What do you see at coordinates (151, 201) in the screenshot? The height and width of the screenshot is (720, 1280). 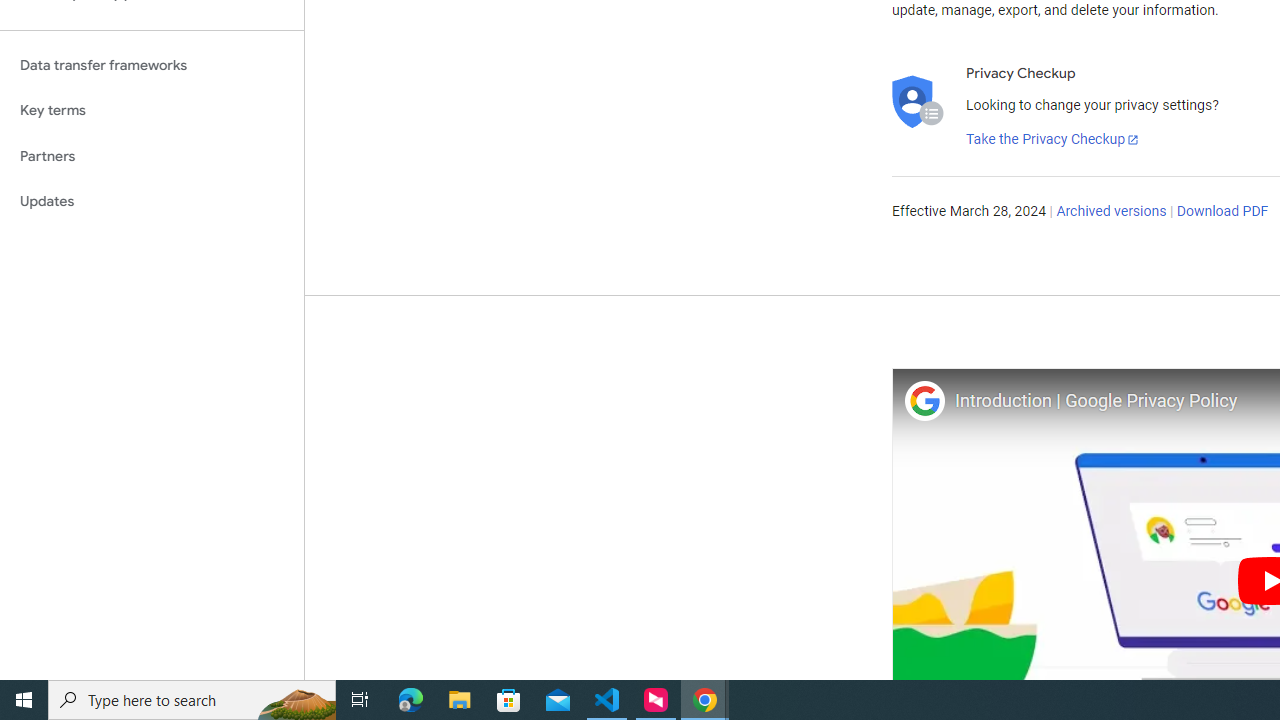 I see `'Updates'` at bounding box center [151, 201].